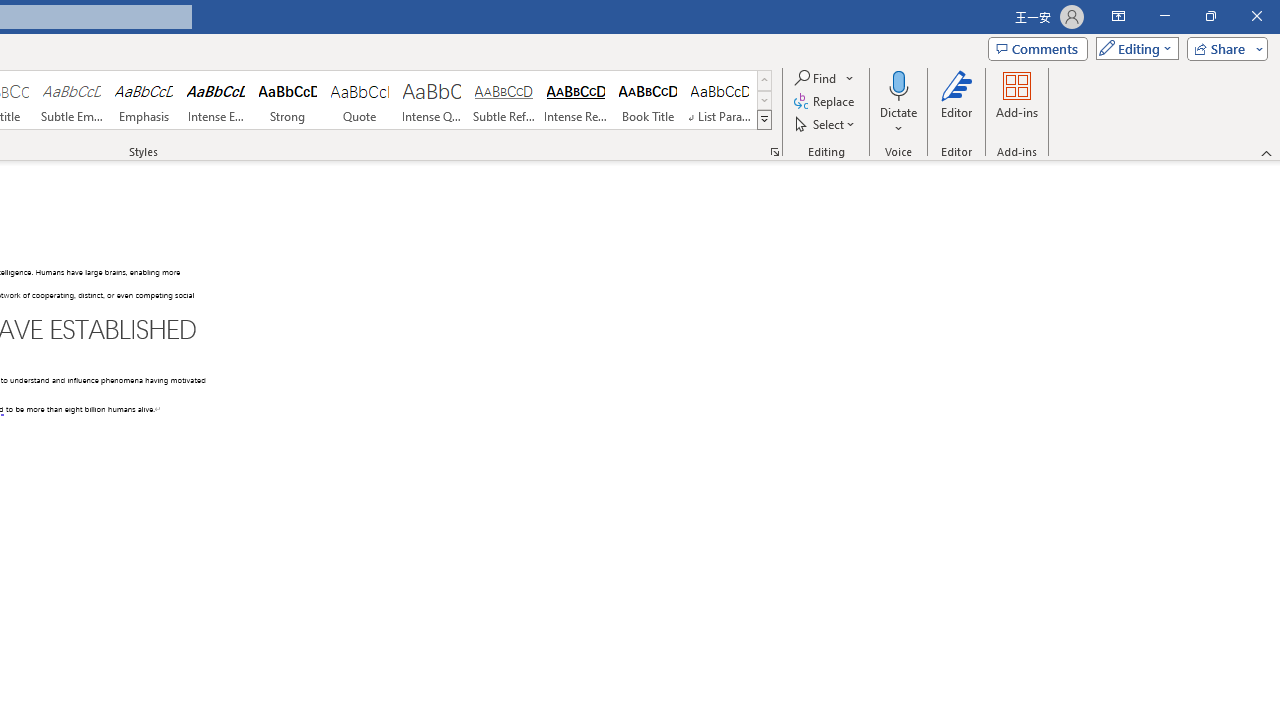 Image resolution: width=1280 pixels, height=720 pixels. I want to click on 'Book Title', so click(647, 100).